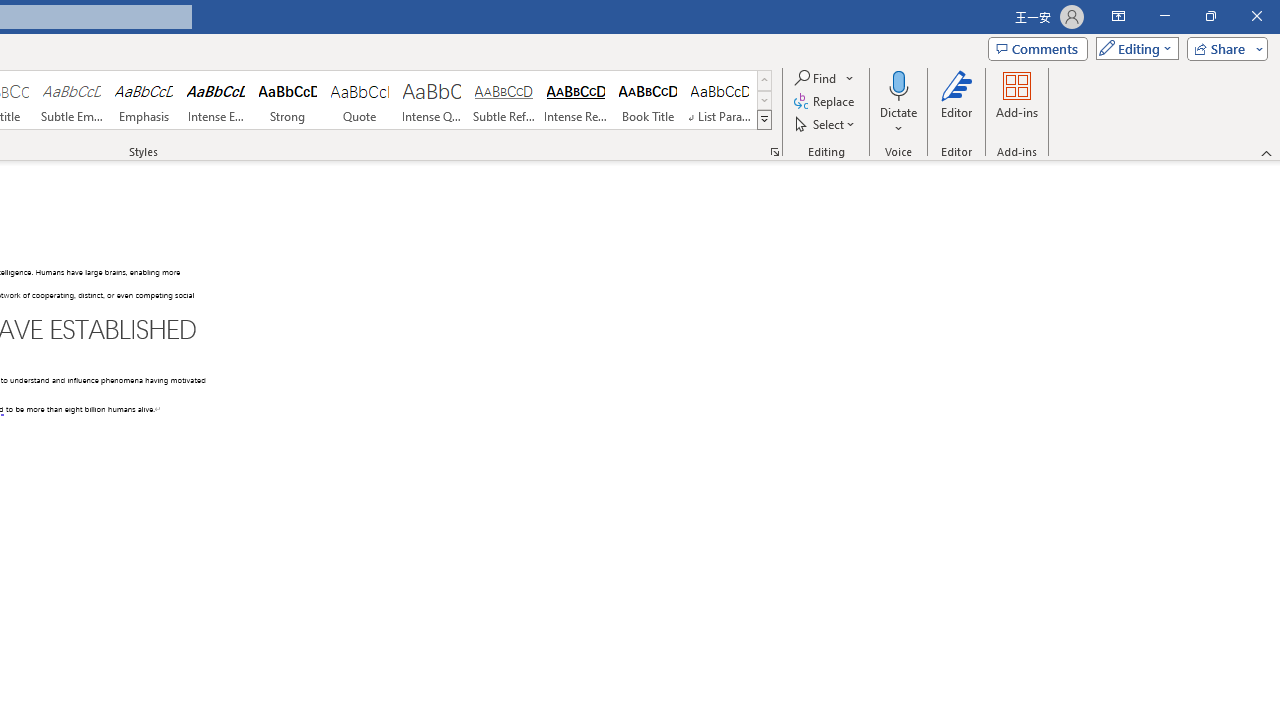 Image resolution: width=1280 pixels, height=720 pixels. I want to click on 'Book Title', so click(647, 100).